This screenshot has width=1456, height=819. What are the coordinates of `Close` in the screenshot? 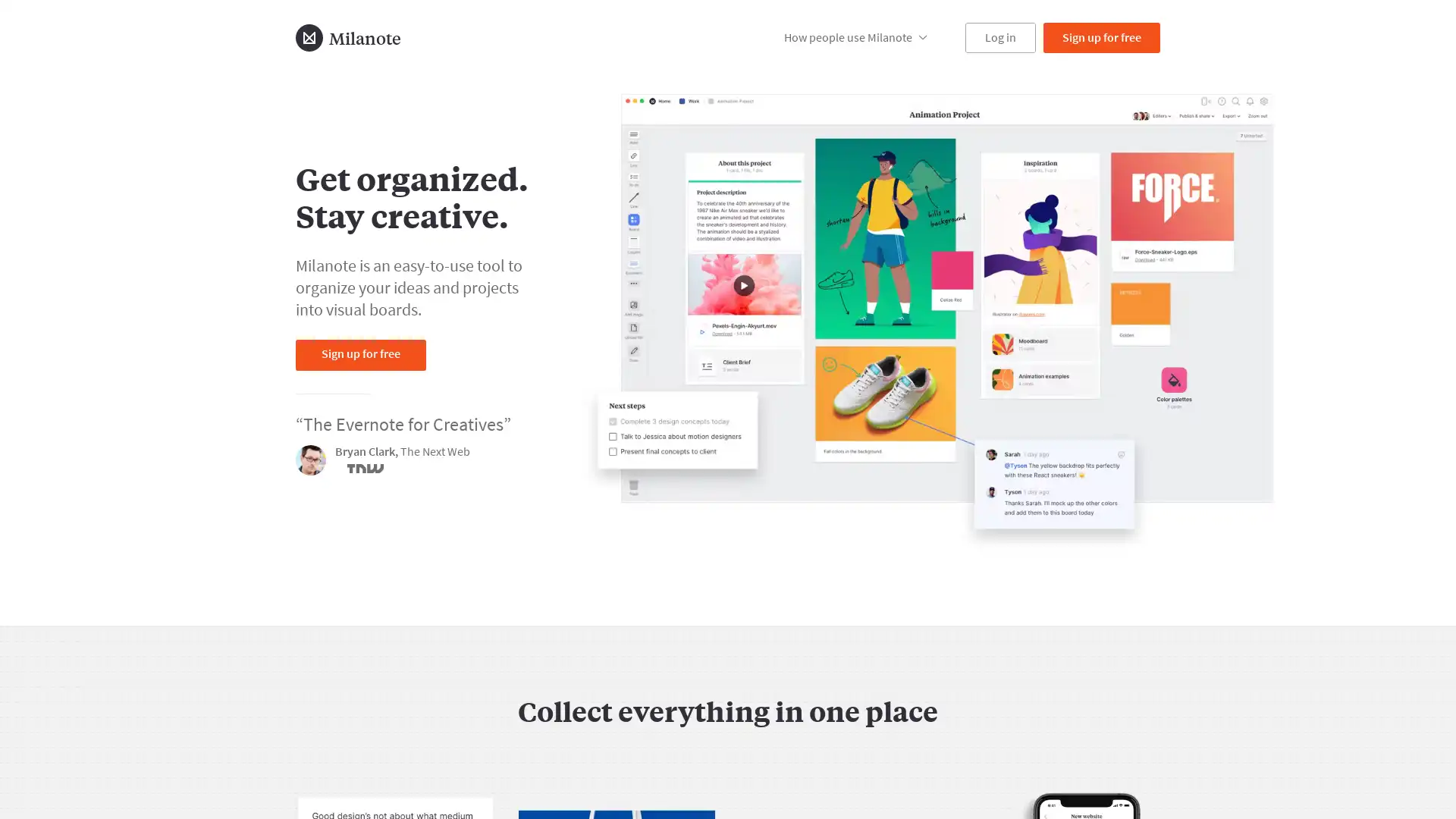 It's located at (1109, 727).